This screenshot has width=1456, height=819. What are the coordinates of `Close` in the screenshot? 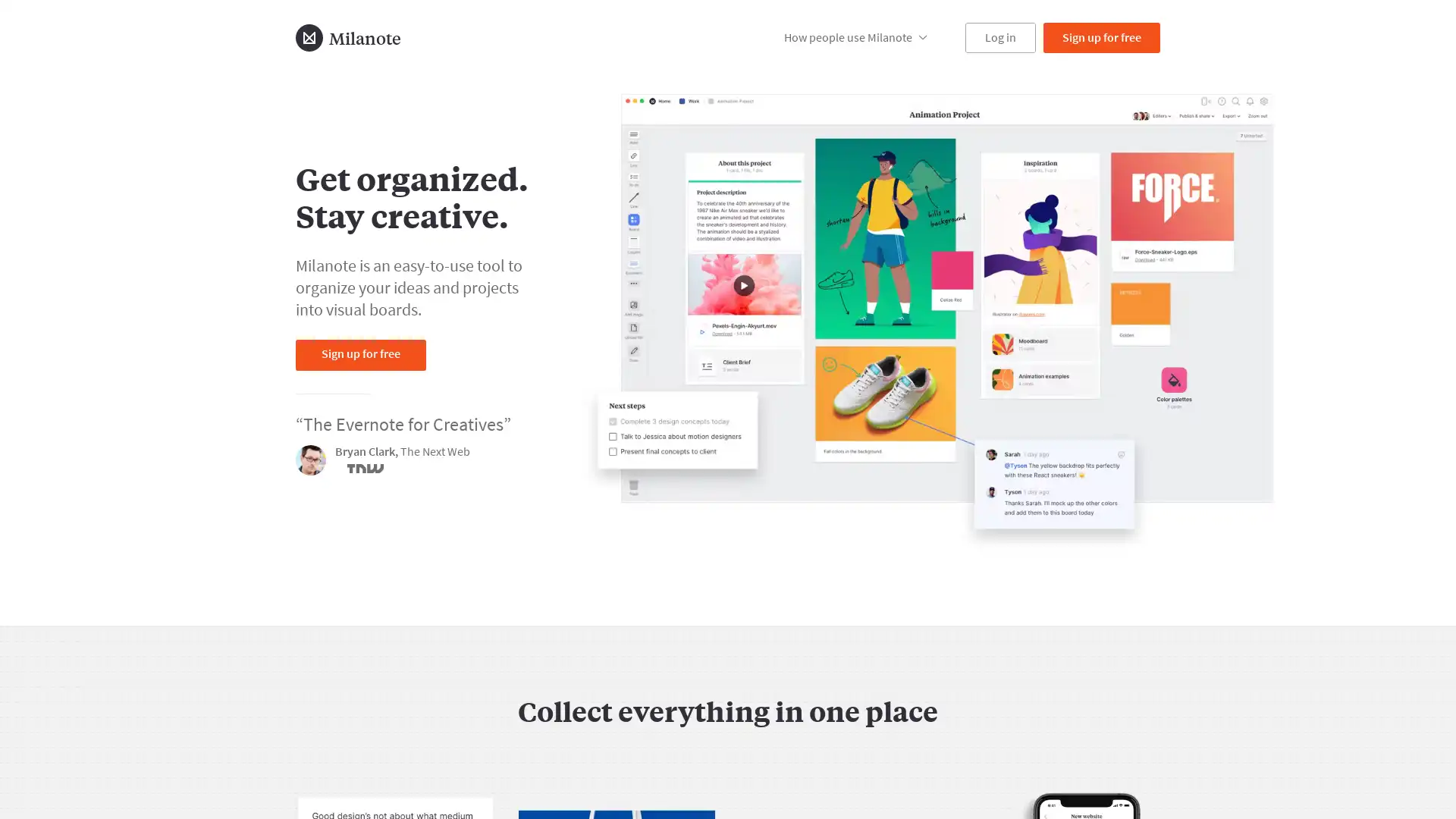 It's located at (1109, 727).